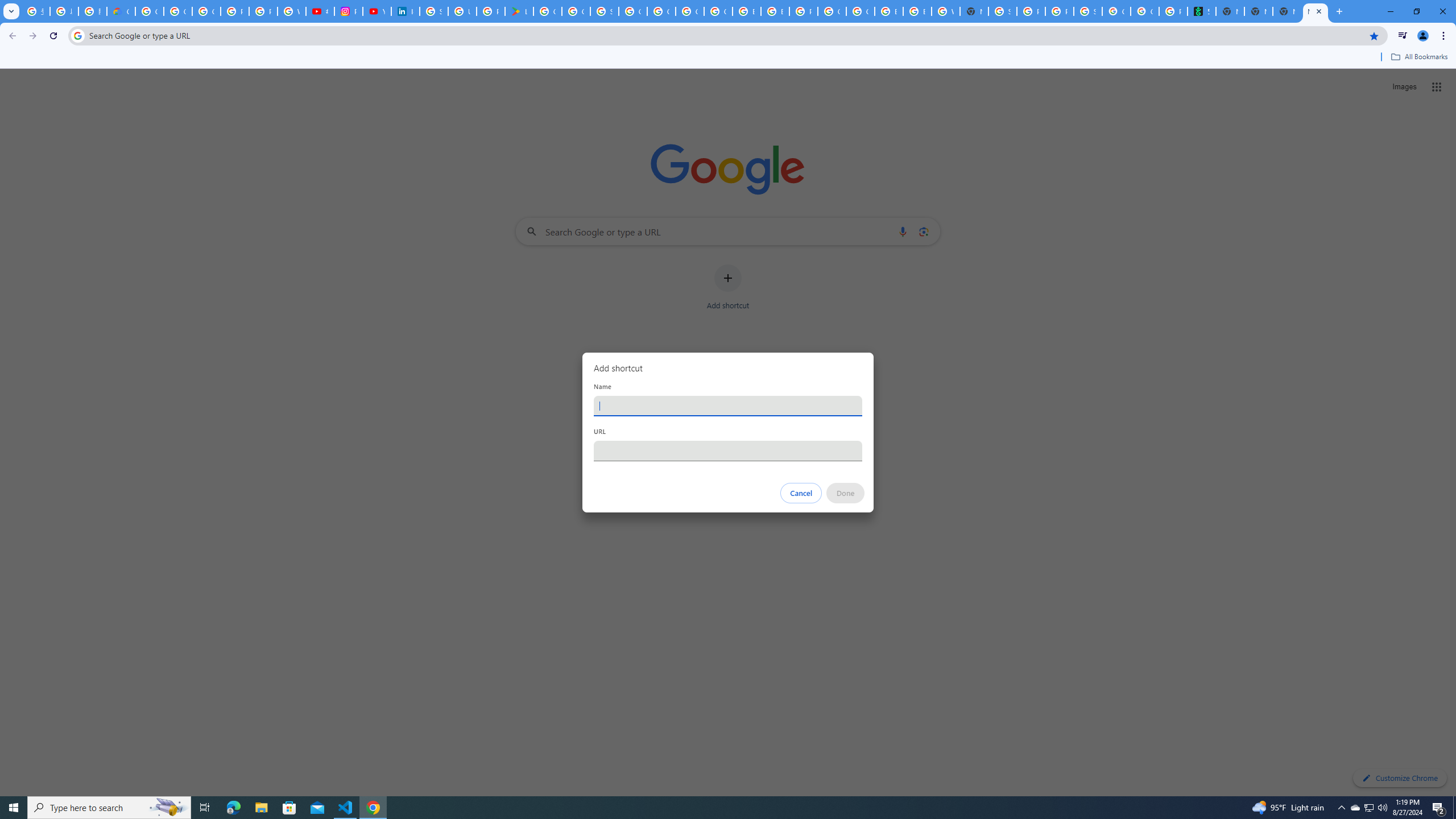  I want to click on 'URL', so click(728, 450).